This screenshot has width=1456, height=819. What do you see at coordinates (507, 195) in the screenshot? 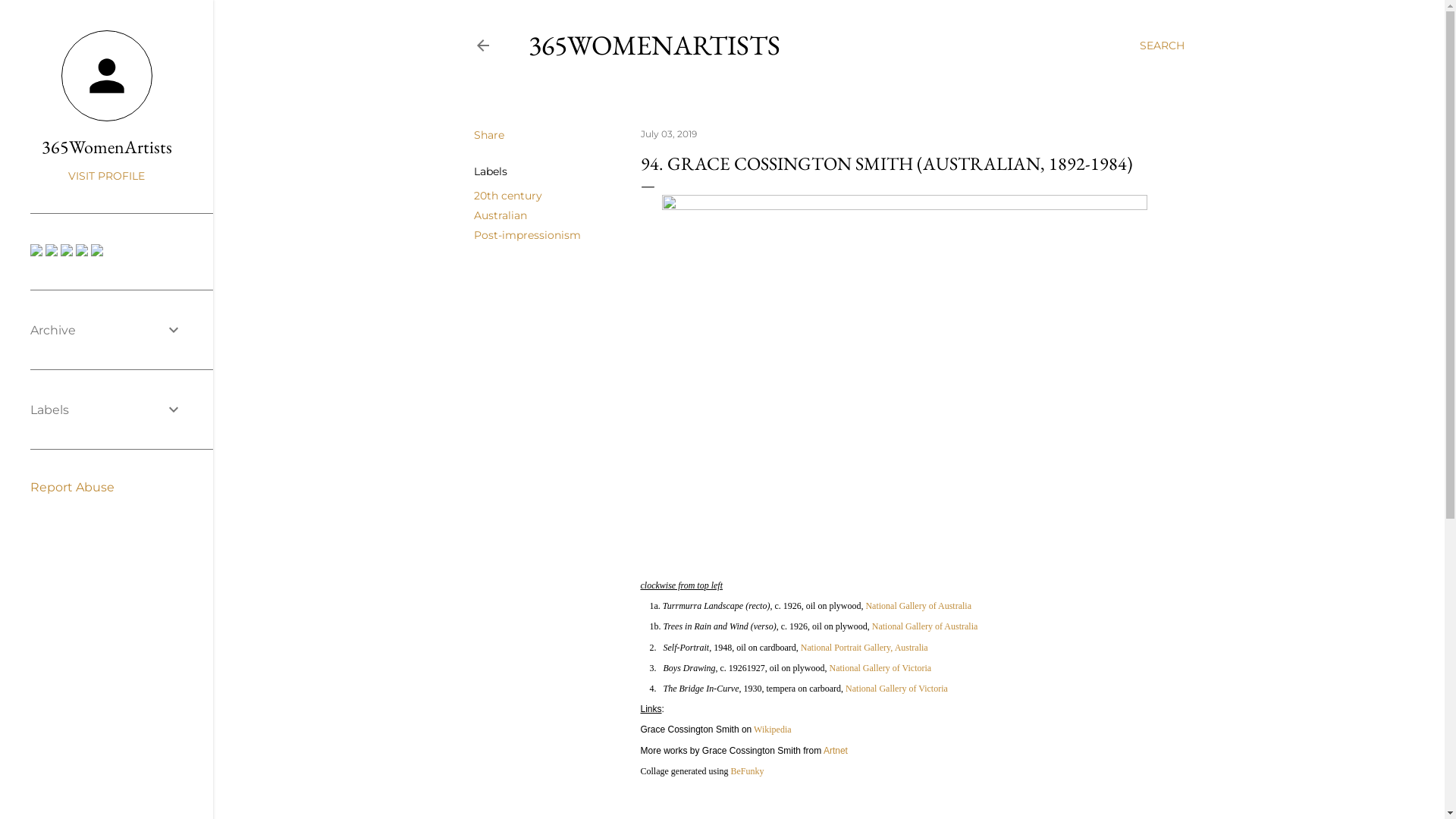
I see `'20th century'` at bounding box center [507, 195].